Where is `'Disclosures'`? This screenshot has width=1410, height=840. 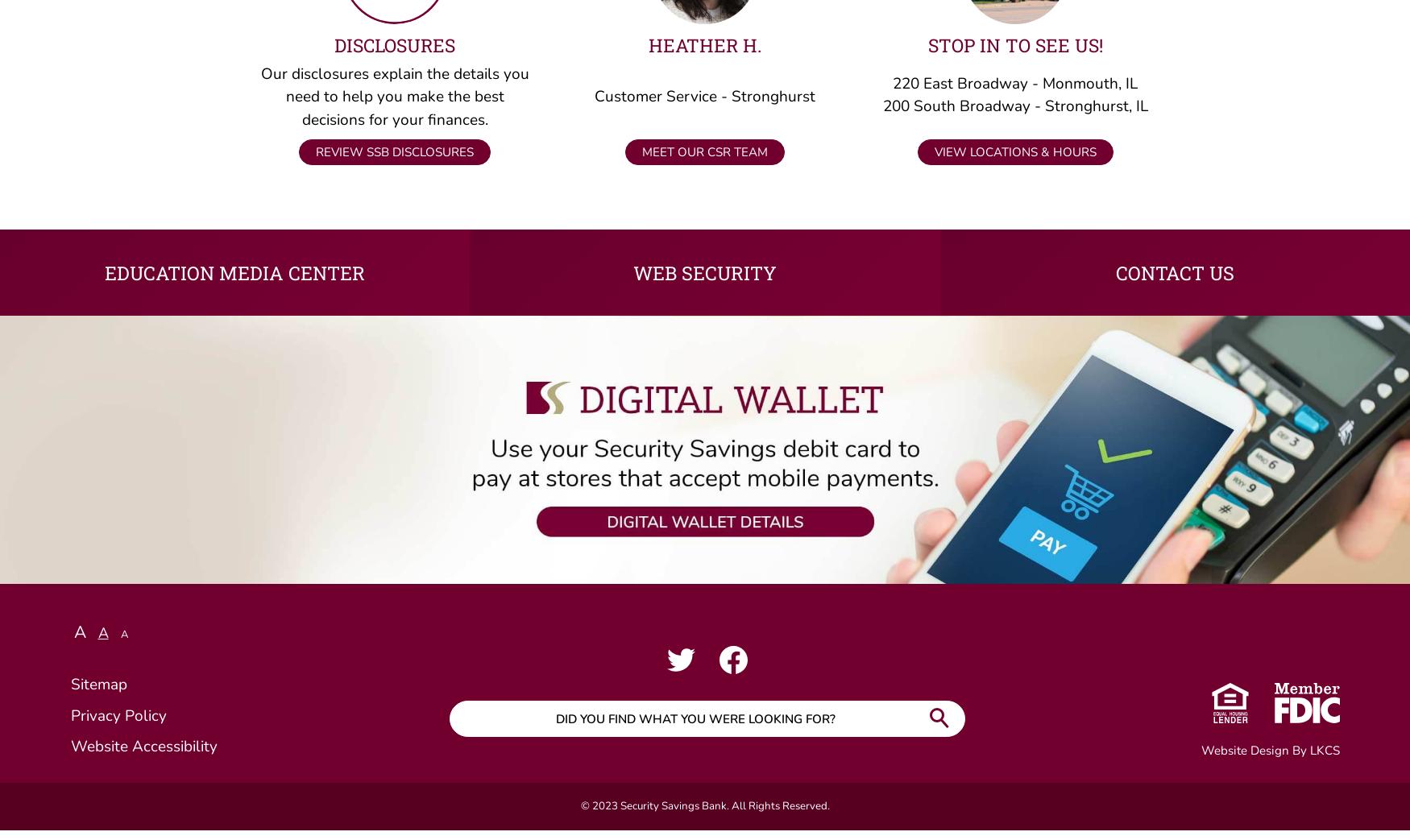
'Disclosures' is located at coordinates (395, 52).